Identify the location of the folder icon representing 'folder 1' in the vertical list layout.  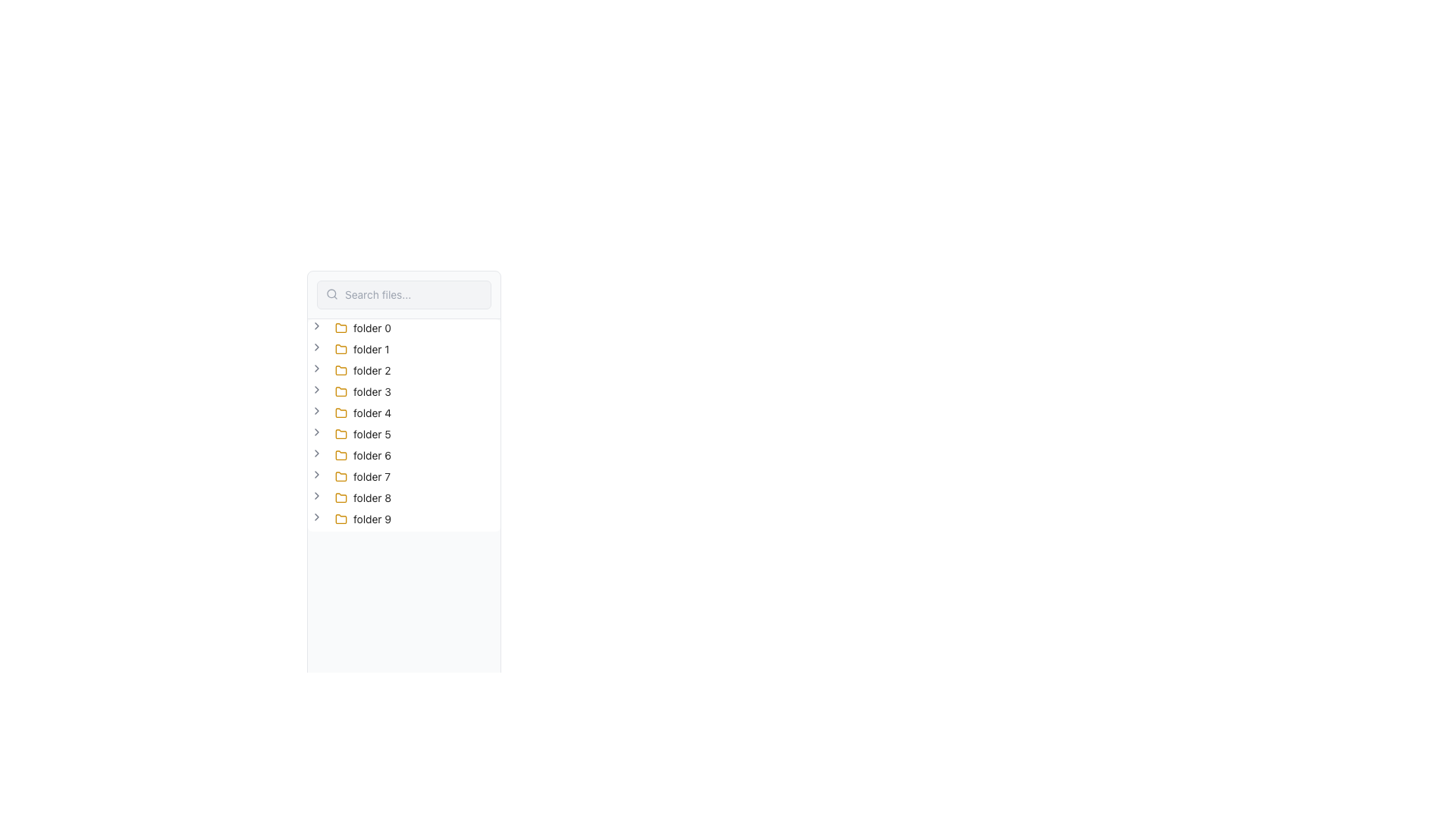
(340, 348).